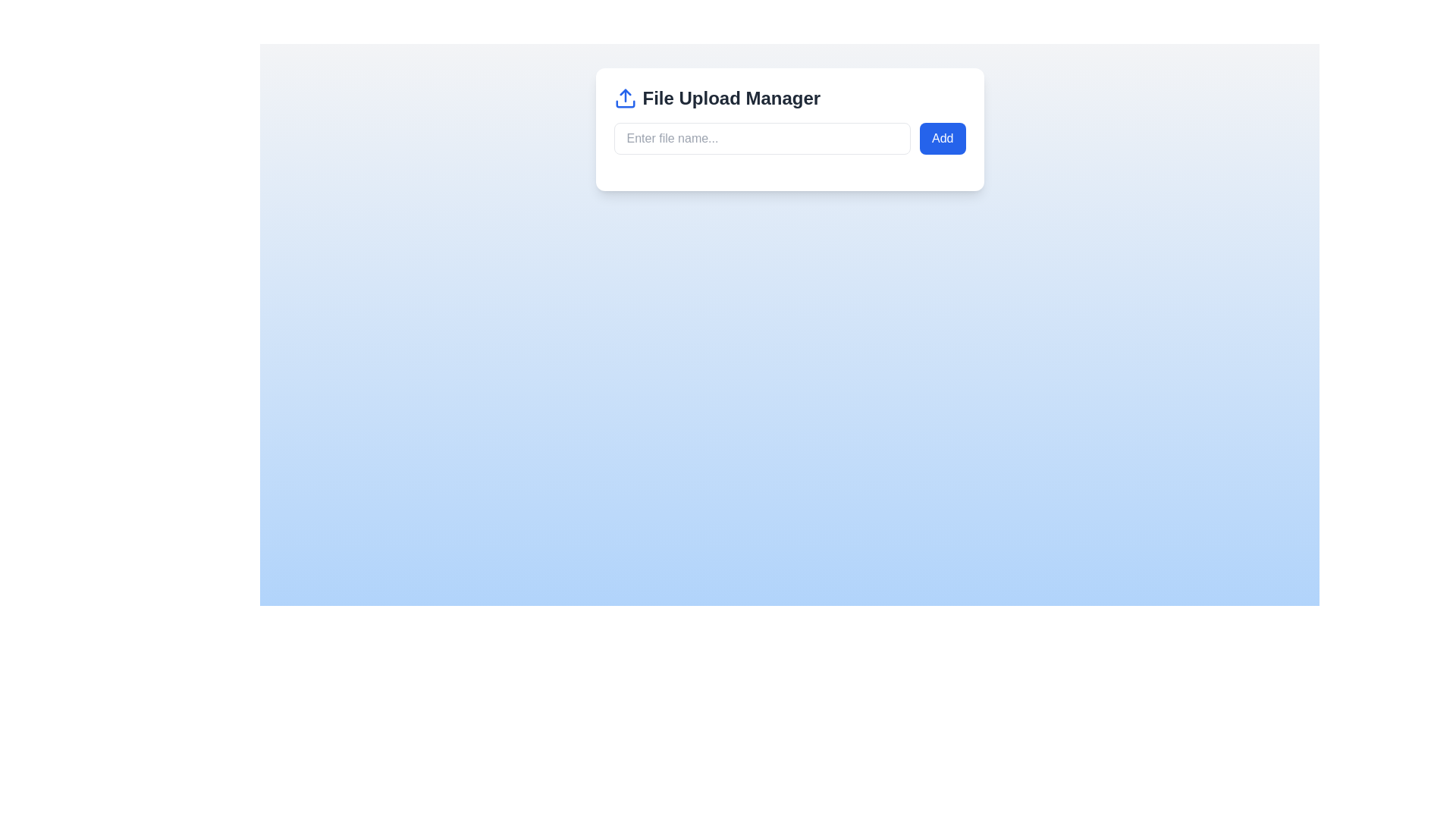 Image resolution: width=1456 pixels, height=819 pixels. Describe the element at coordinates (789, 99) in the screenshot. I see `the 'File Upload Manager' static text element, which is styled in bold and large font with a blue upload icon to its left` at that location.